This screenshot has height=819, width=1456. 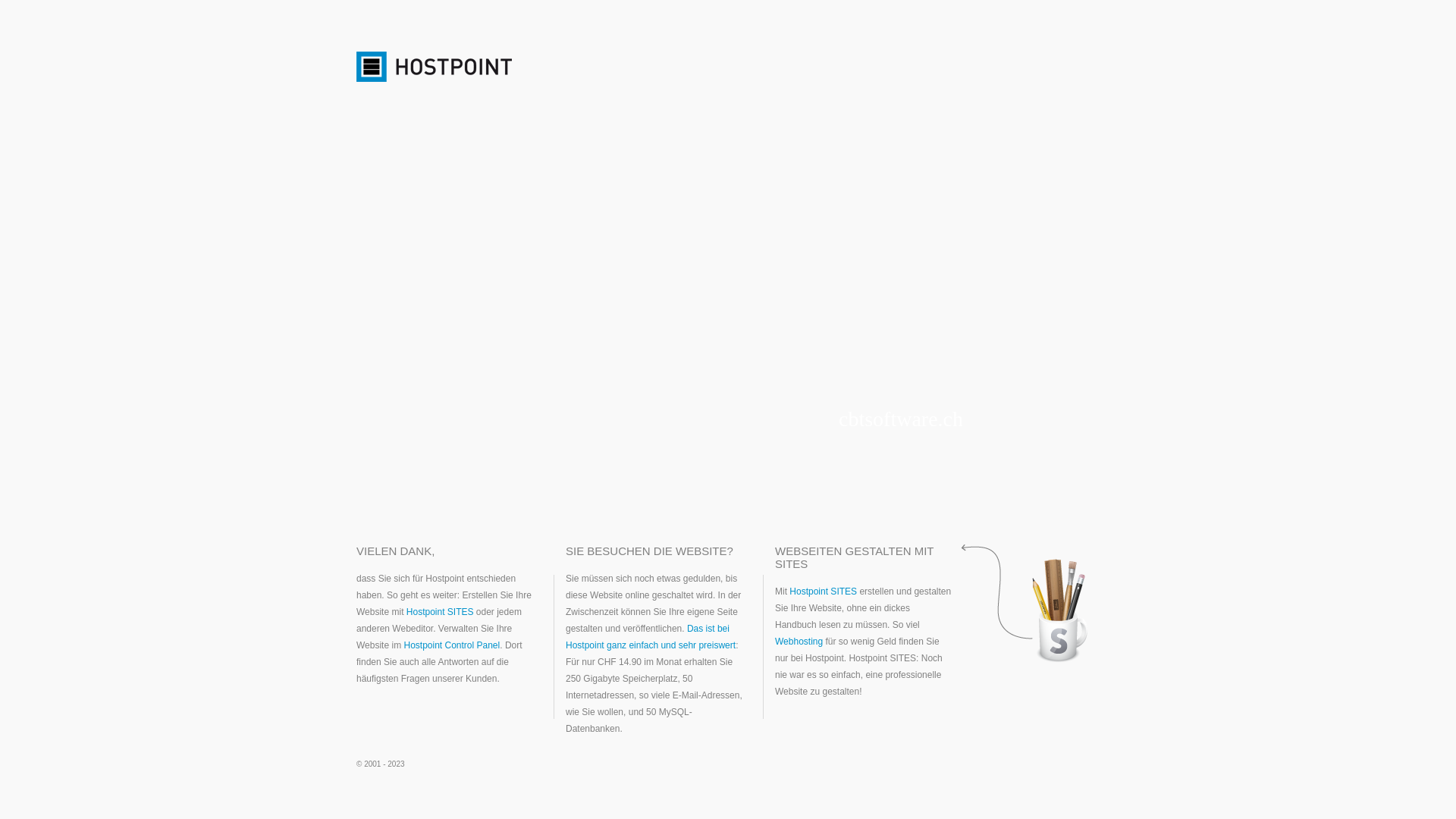 What do you see at coordinates (798, 641) in the screenshot?
I see `'Webhosting'` at bounding box center [798, 641].